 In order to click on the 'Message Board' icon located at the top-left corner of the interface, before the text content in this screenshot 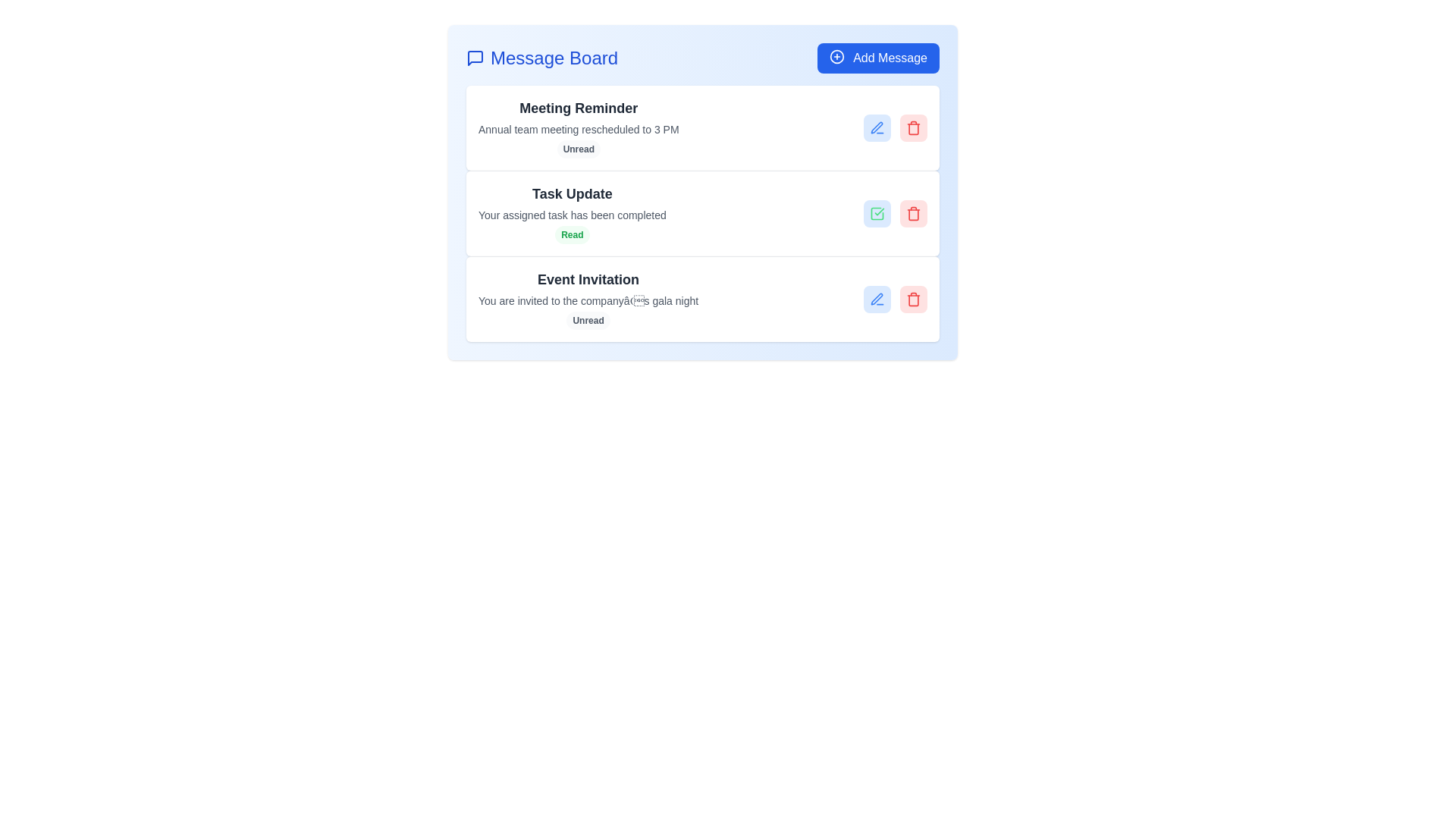, I will do `click(475, 58)`.